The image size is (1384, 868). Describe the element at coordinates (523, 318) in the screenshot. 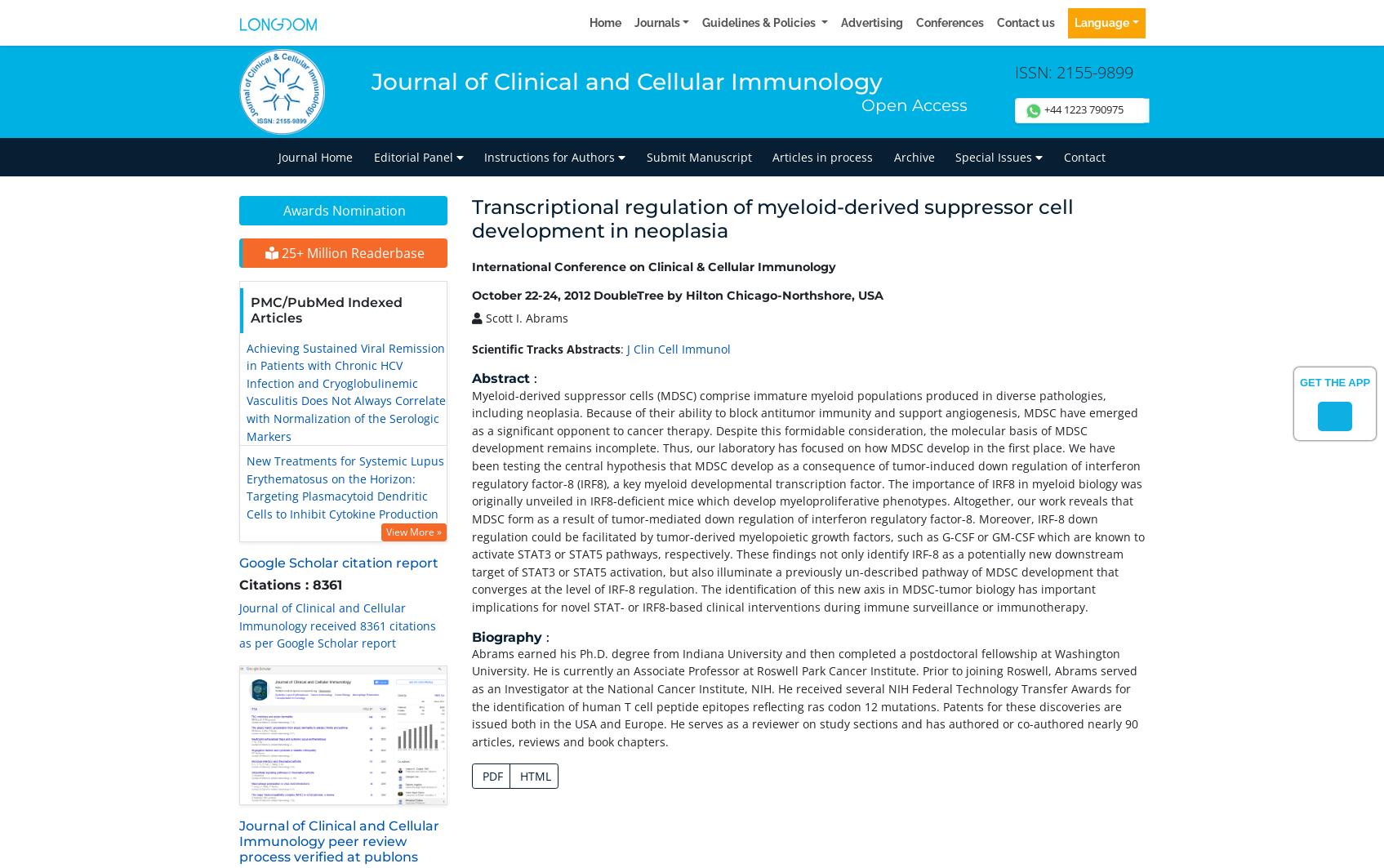

I see `'Scott I. Abrams'` at that location.